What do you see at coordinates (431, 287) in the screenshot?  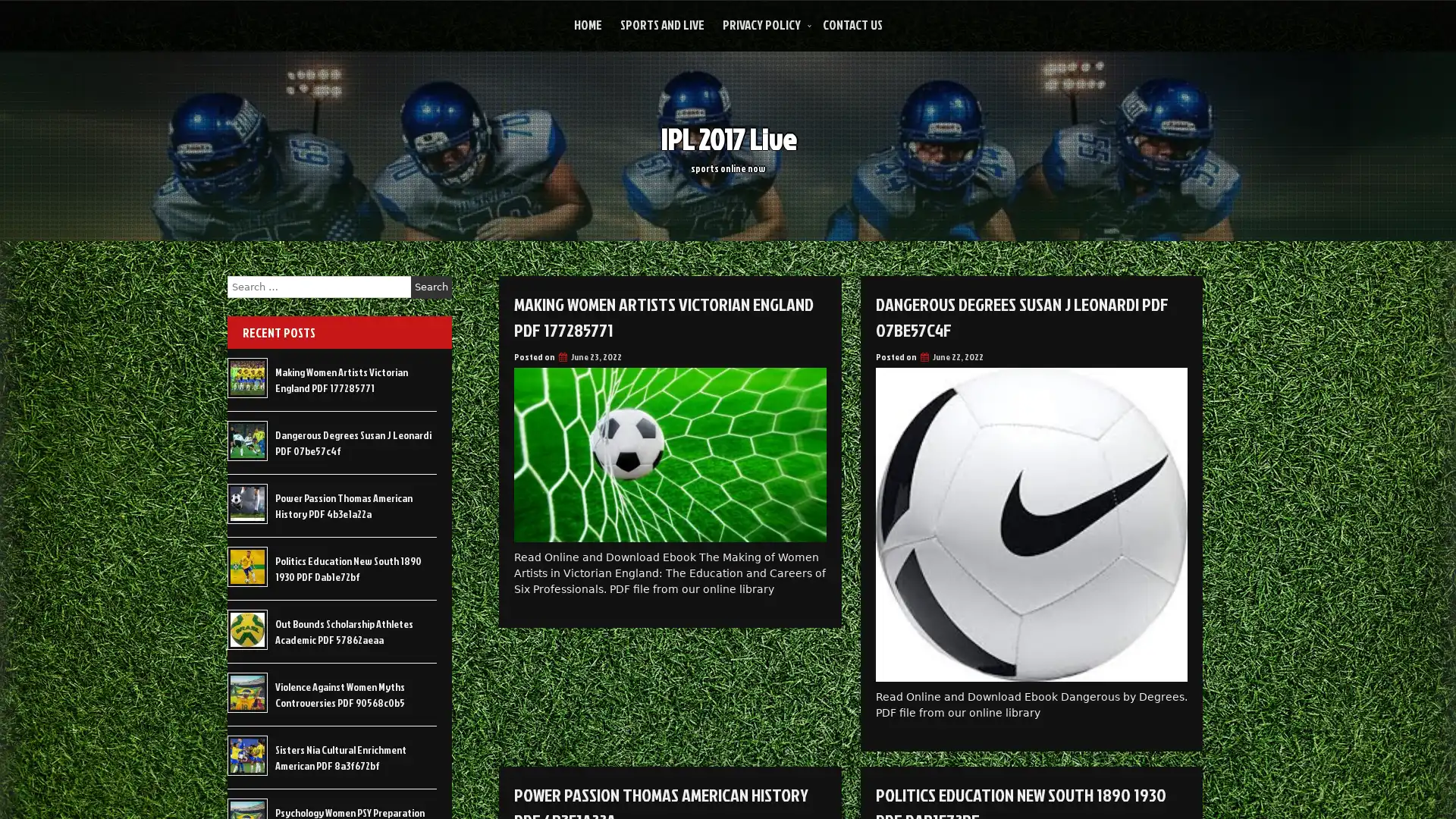 I see `Search` at bounding box center [431, 287].